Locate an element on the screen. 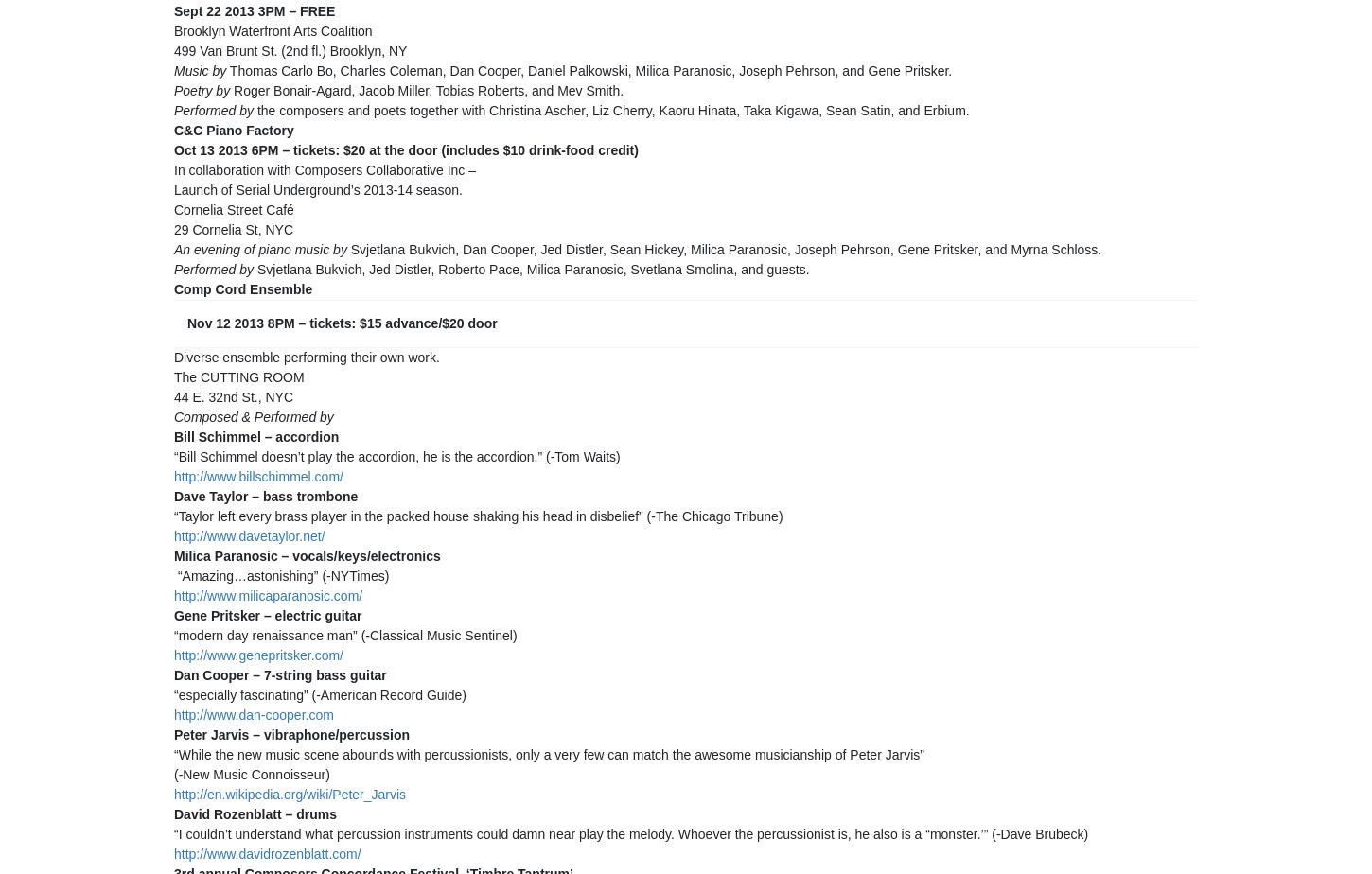 The image size is (1372, 874). 'http://www.genepritsker.com/' is located at coordinates (173, 655).